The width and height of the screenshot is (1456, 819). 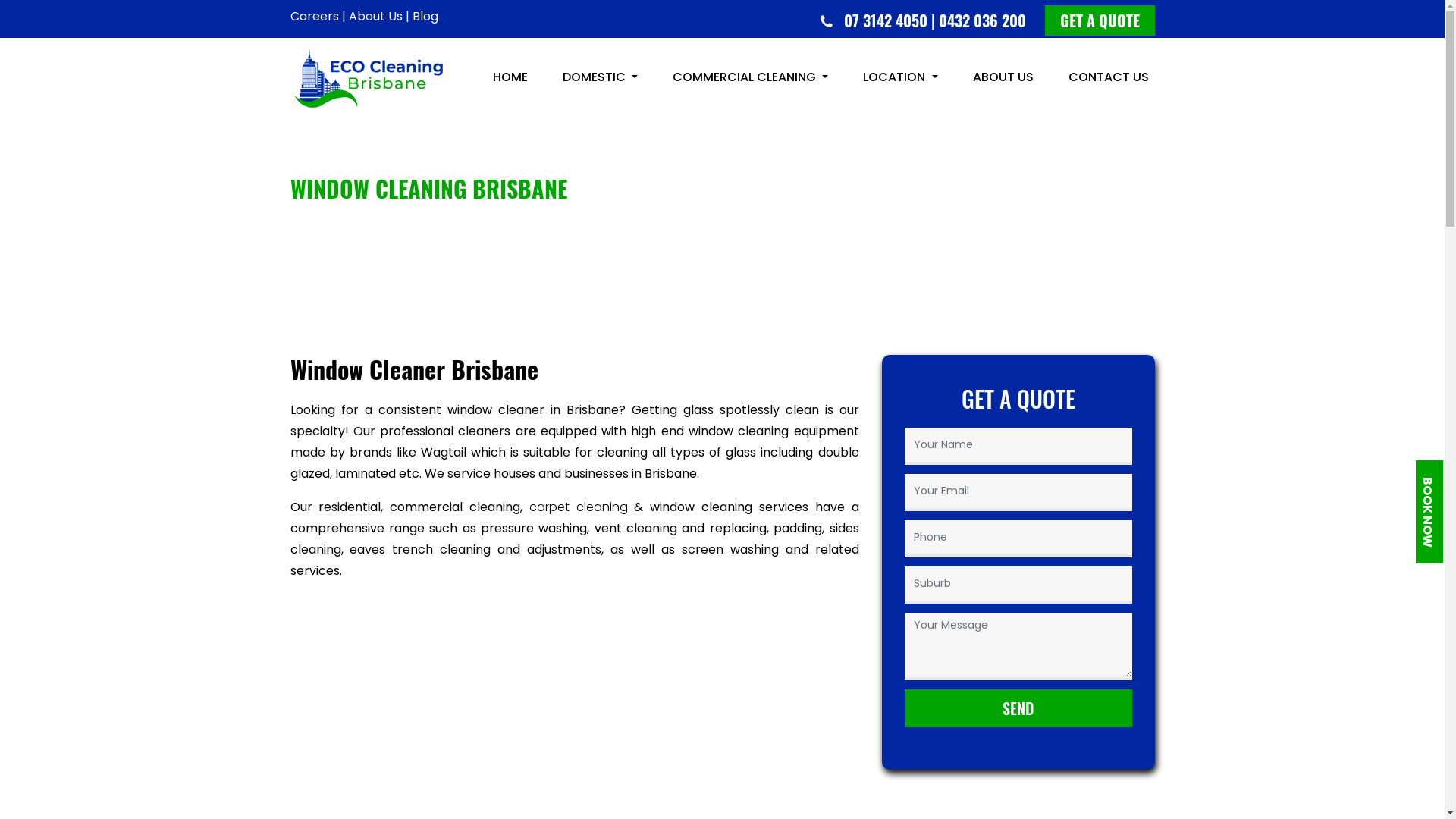 What do you see at coordinates (1018, 708) in the screenshot?
I see `'SEND'` at bounding box center [1018, 708].